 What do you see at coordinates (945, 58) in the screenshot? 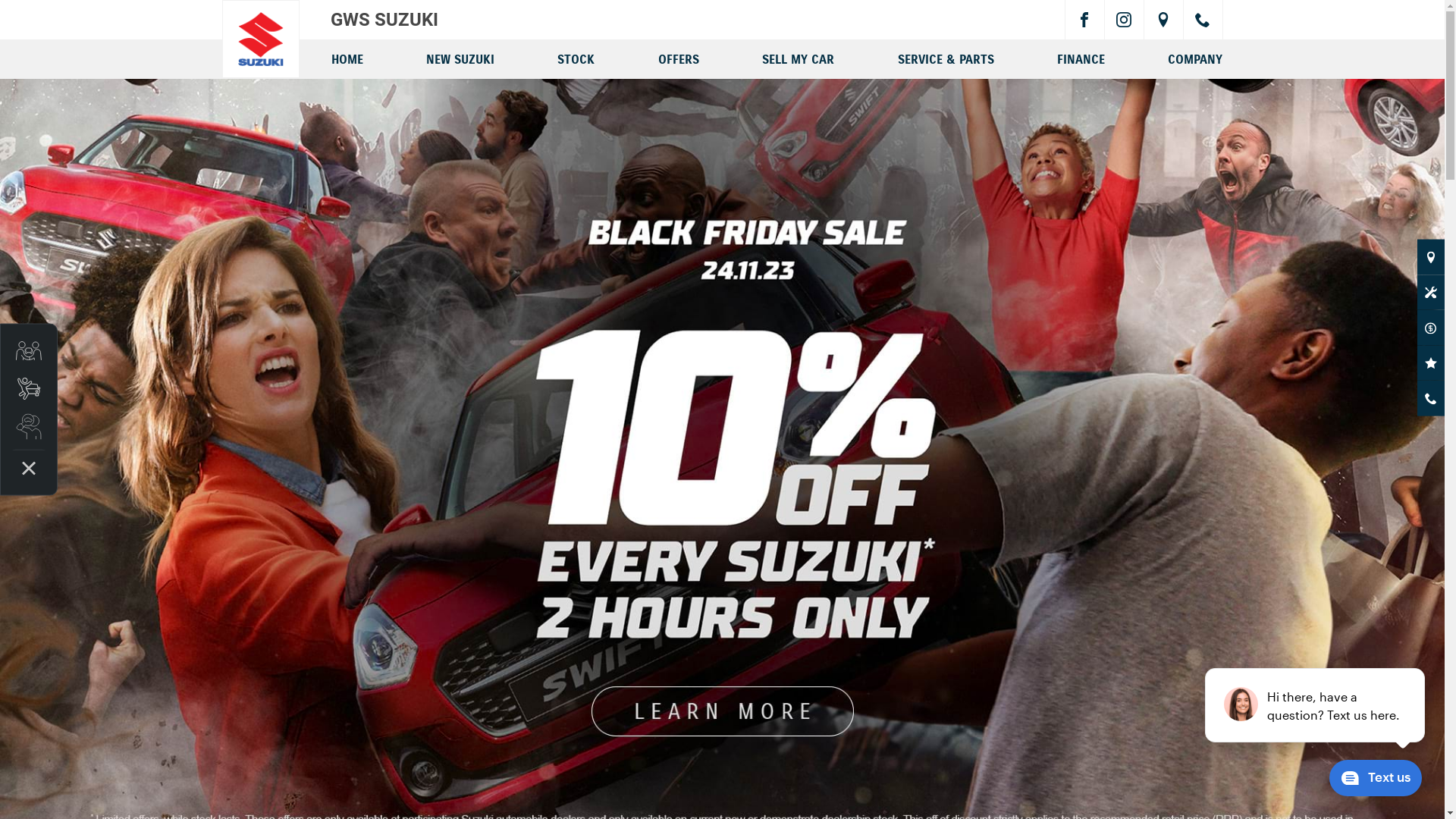
I see `'SERVICE & PARTS'` at bounding box center [945, 58].